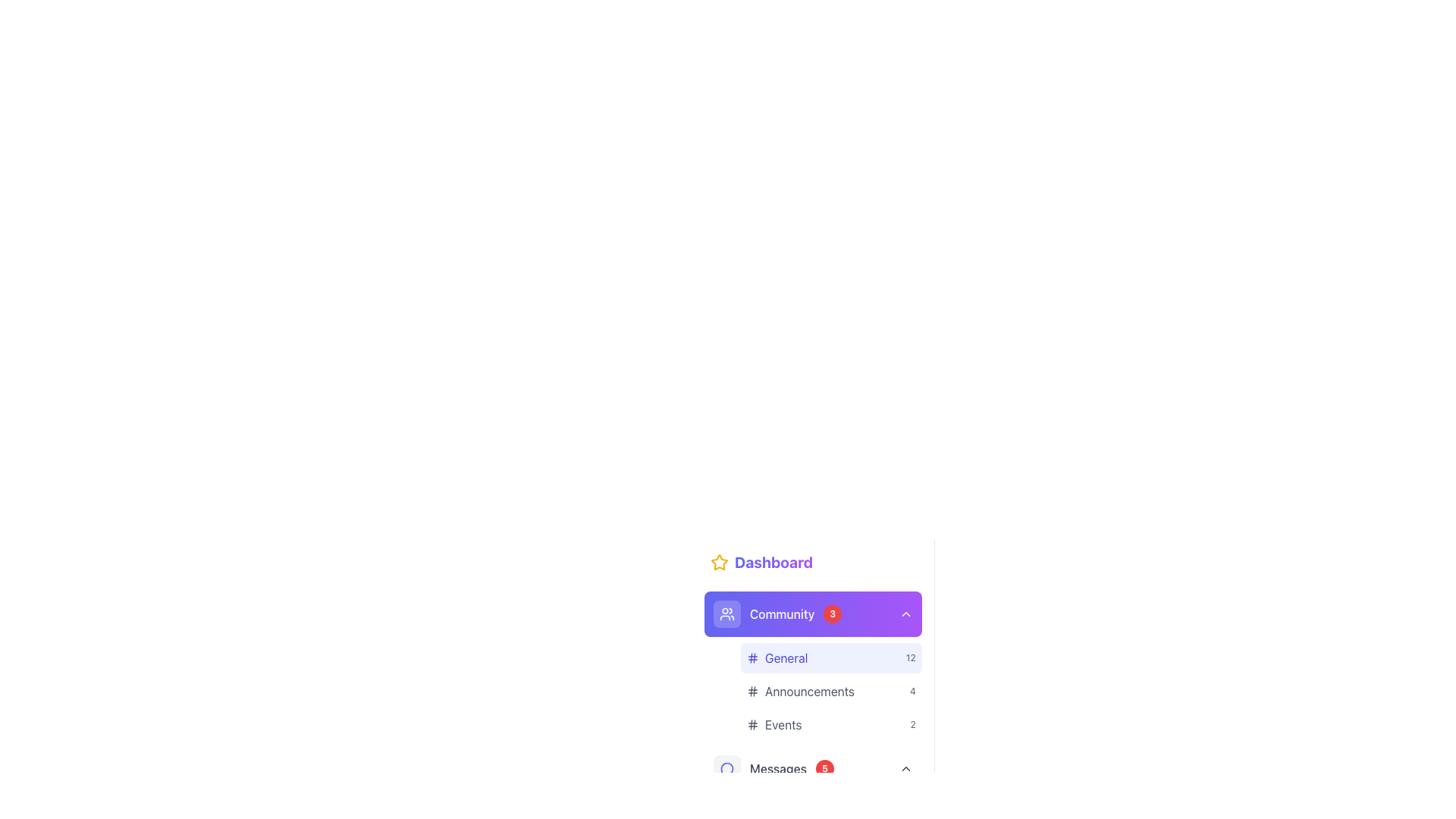  I want to click on the text label indicating auxiliary information or item count related to the 'General' category, positioned at the far right of the 'General' list item, so click(910, 657).